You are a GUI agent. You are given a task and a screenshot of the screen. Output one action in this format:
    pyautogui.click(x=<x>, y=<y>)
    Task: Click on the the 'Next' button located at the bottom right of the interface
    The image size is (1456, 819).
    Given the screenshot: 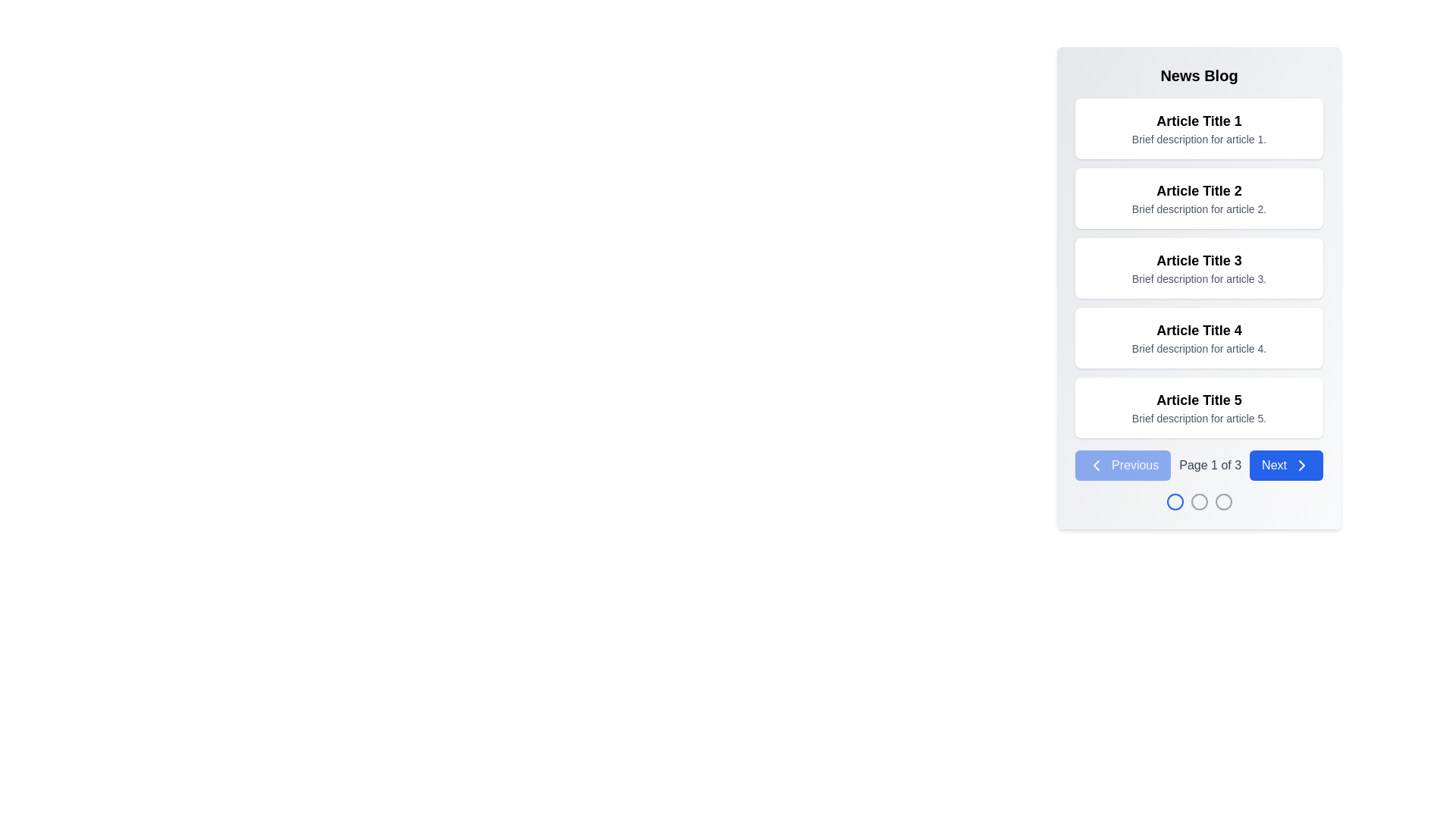 What is the action you would take?
    pyautogui.click(x=1285, y=464)
    